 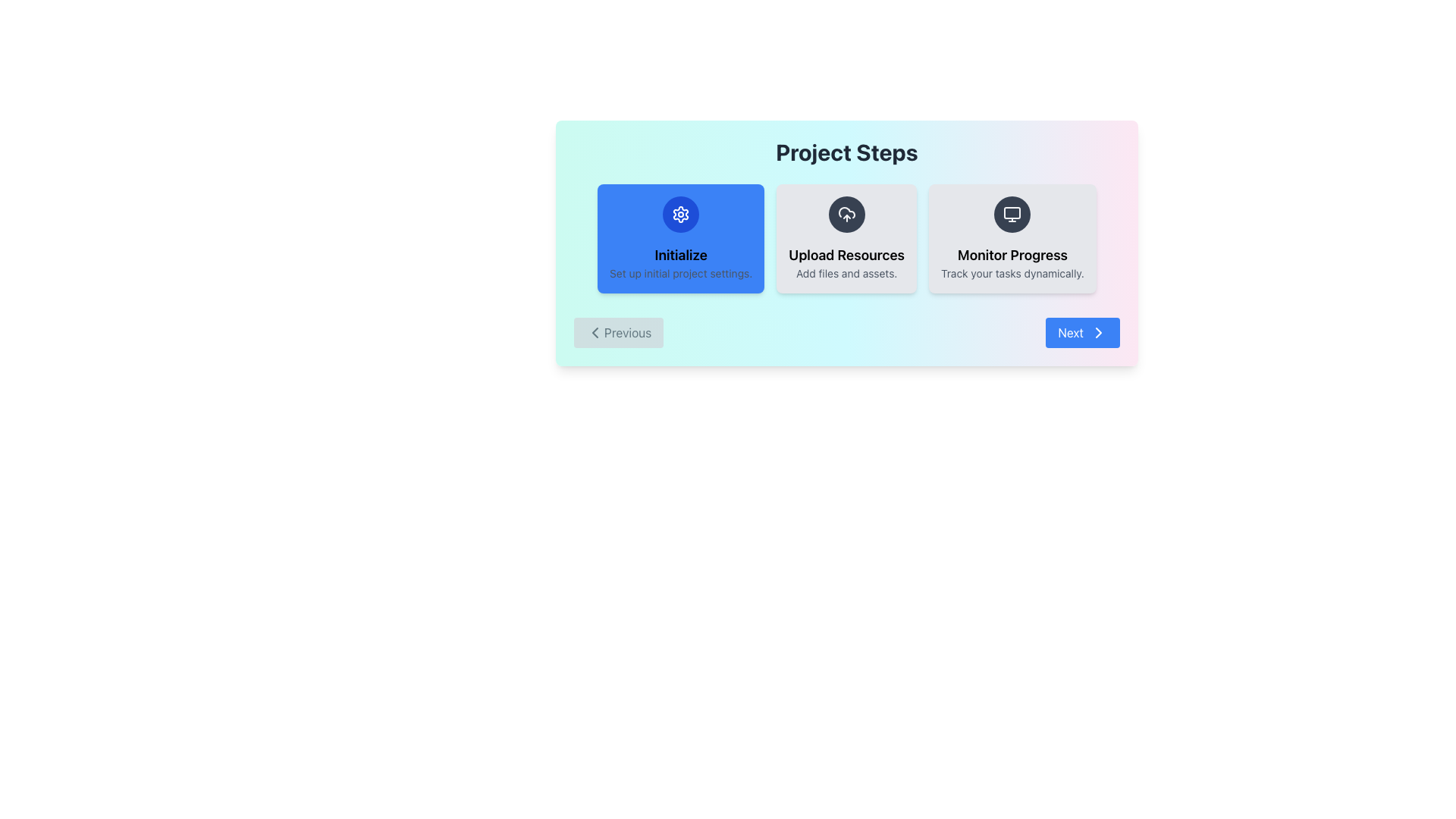 What do you see at coordinates (846, 214) in the screenshot?
I see `the cloud icon with an upward arrow in the 'Upload Resources' section to initiate file upload` at bounding box center [846, 214].